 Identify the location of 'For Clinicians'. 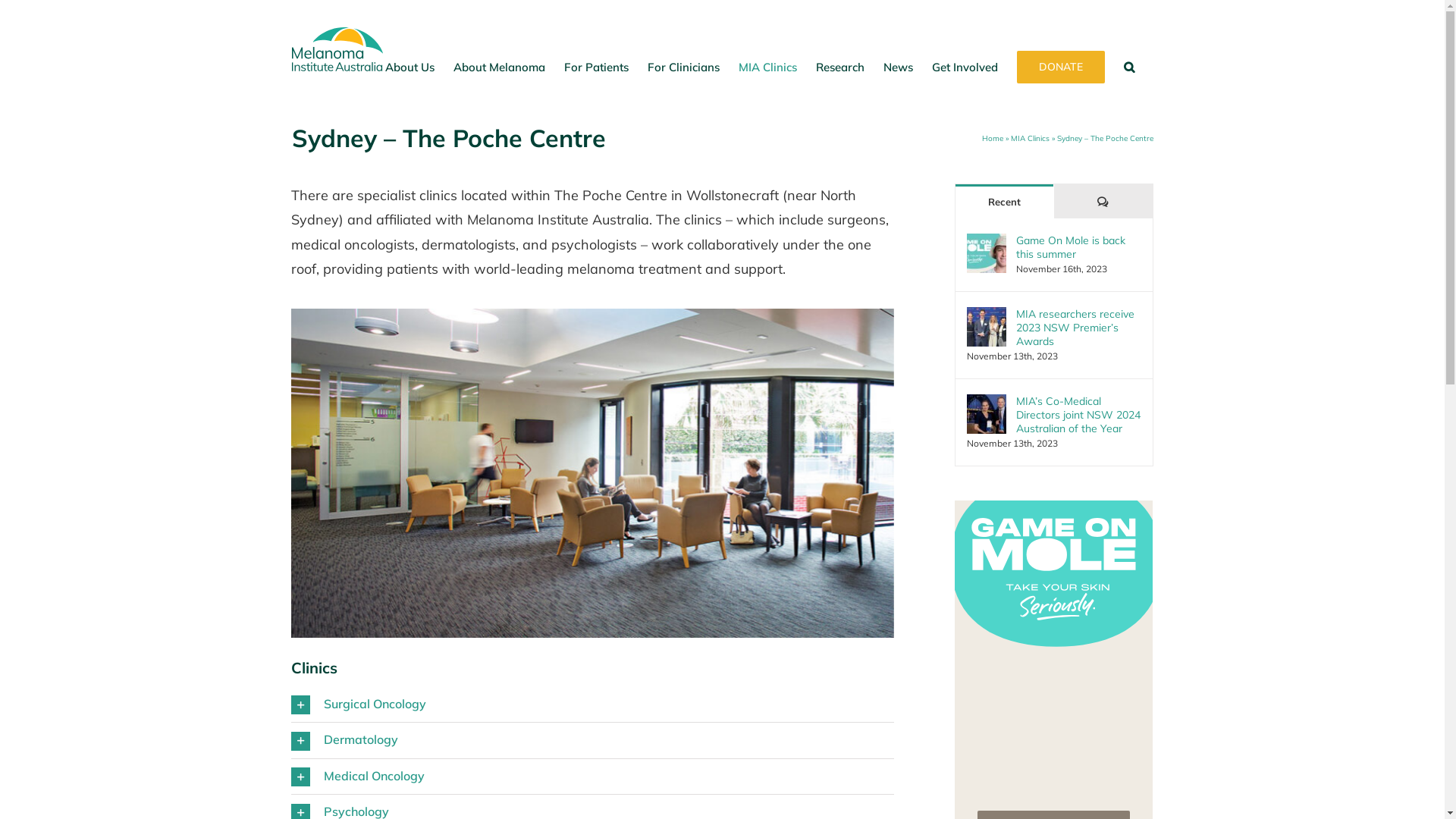
(682, 66).